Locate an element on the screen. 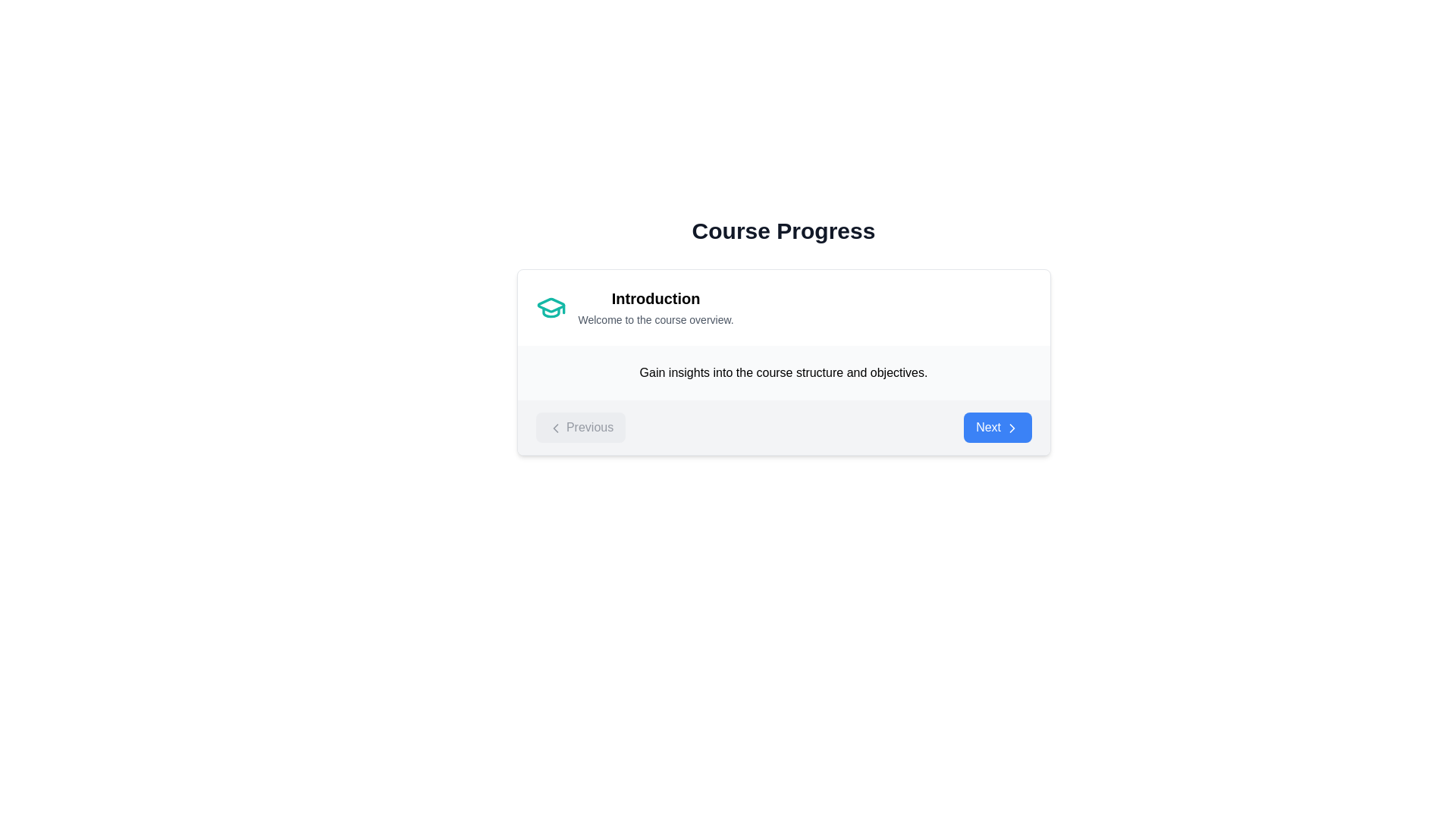 The height and width of the screenshot is (819, 1456). the text block that introduces a course section, located to the right of a graduation cap icon and above a paragraph in the card layout is located at coordinates (656, 307).